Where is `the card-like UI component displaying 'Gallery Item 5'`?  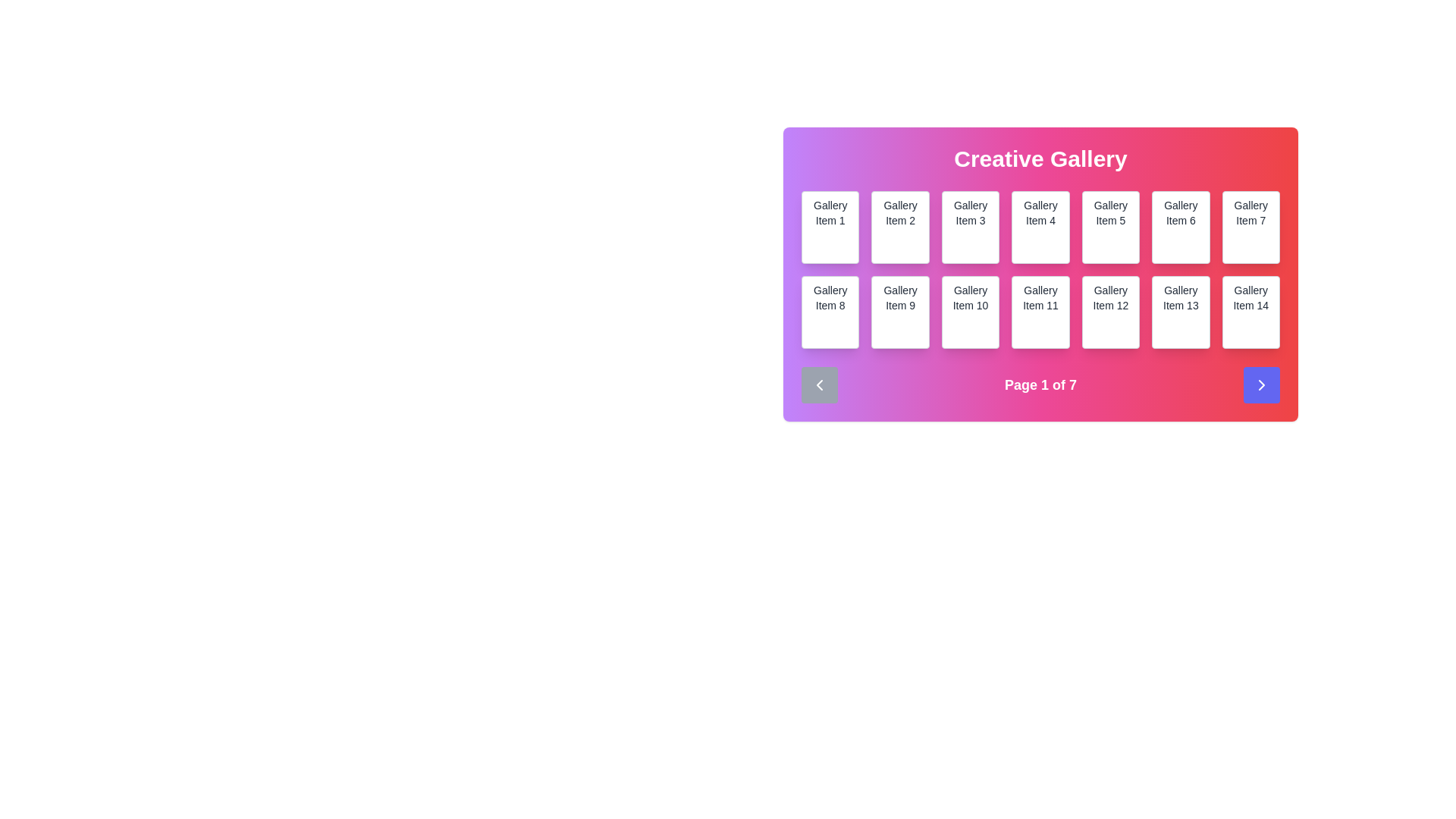 the card-like UI component displaying 'Gallery Item 5' is located at coordinates (1110, 227).